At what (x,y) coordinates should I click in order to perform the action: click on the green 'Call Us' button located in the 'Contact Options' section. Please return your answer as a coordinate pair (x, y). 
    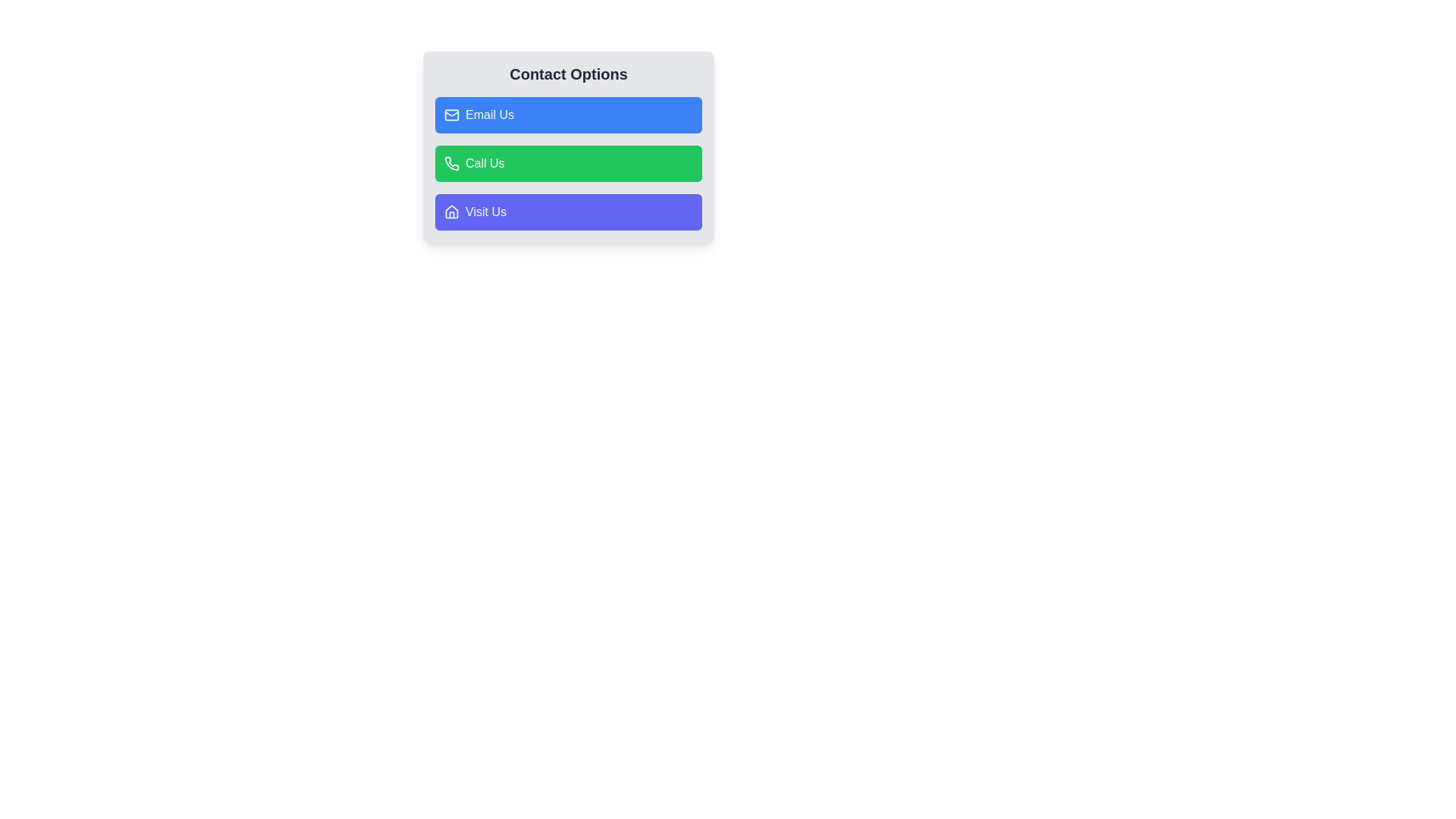
    Looking at the image, I should click on (567, 164).